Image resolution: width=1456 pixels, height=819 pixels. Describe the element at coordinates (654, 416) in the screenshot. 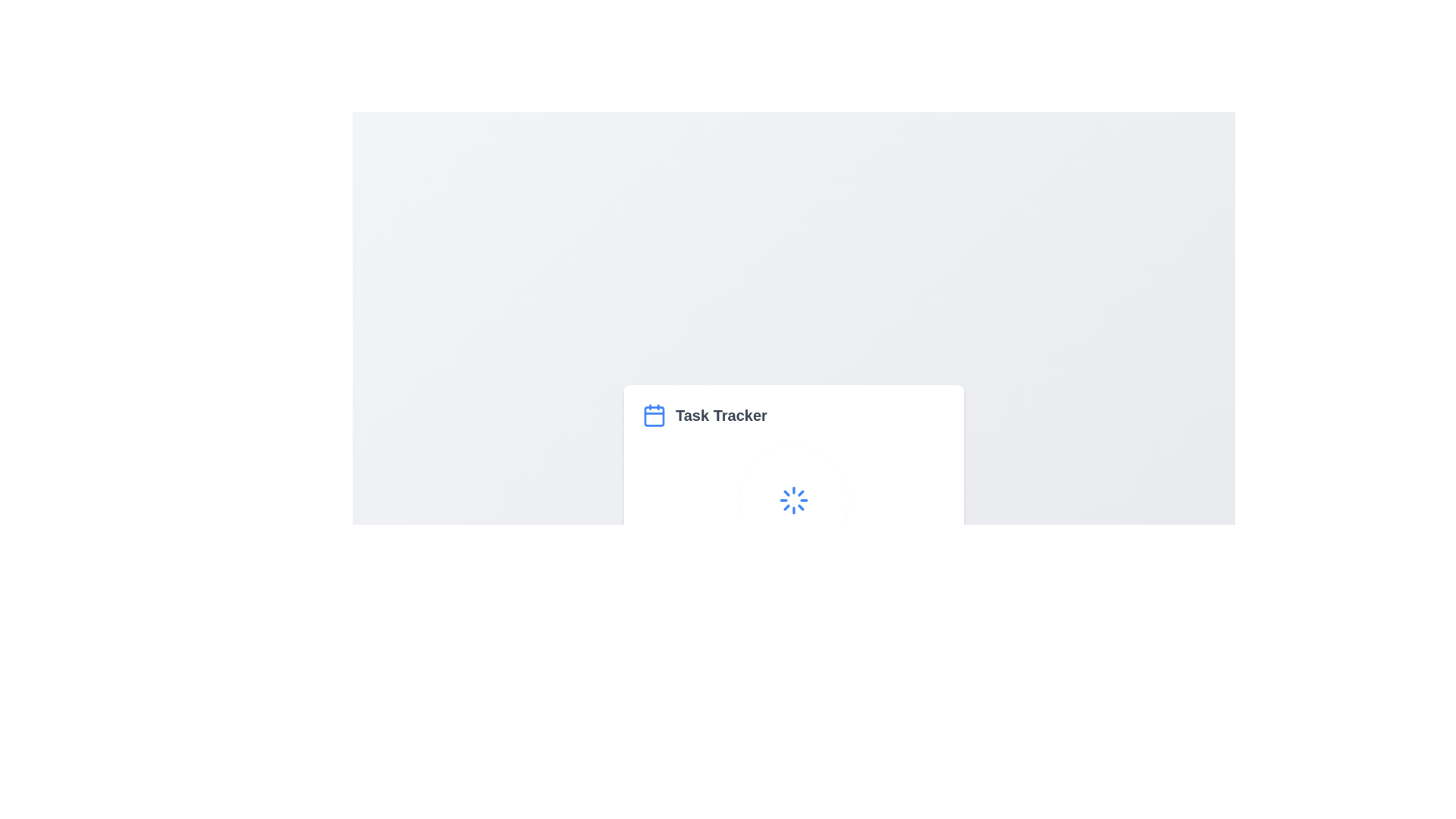

I see `the rectangular section within the calendar icon` at that location.